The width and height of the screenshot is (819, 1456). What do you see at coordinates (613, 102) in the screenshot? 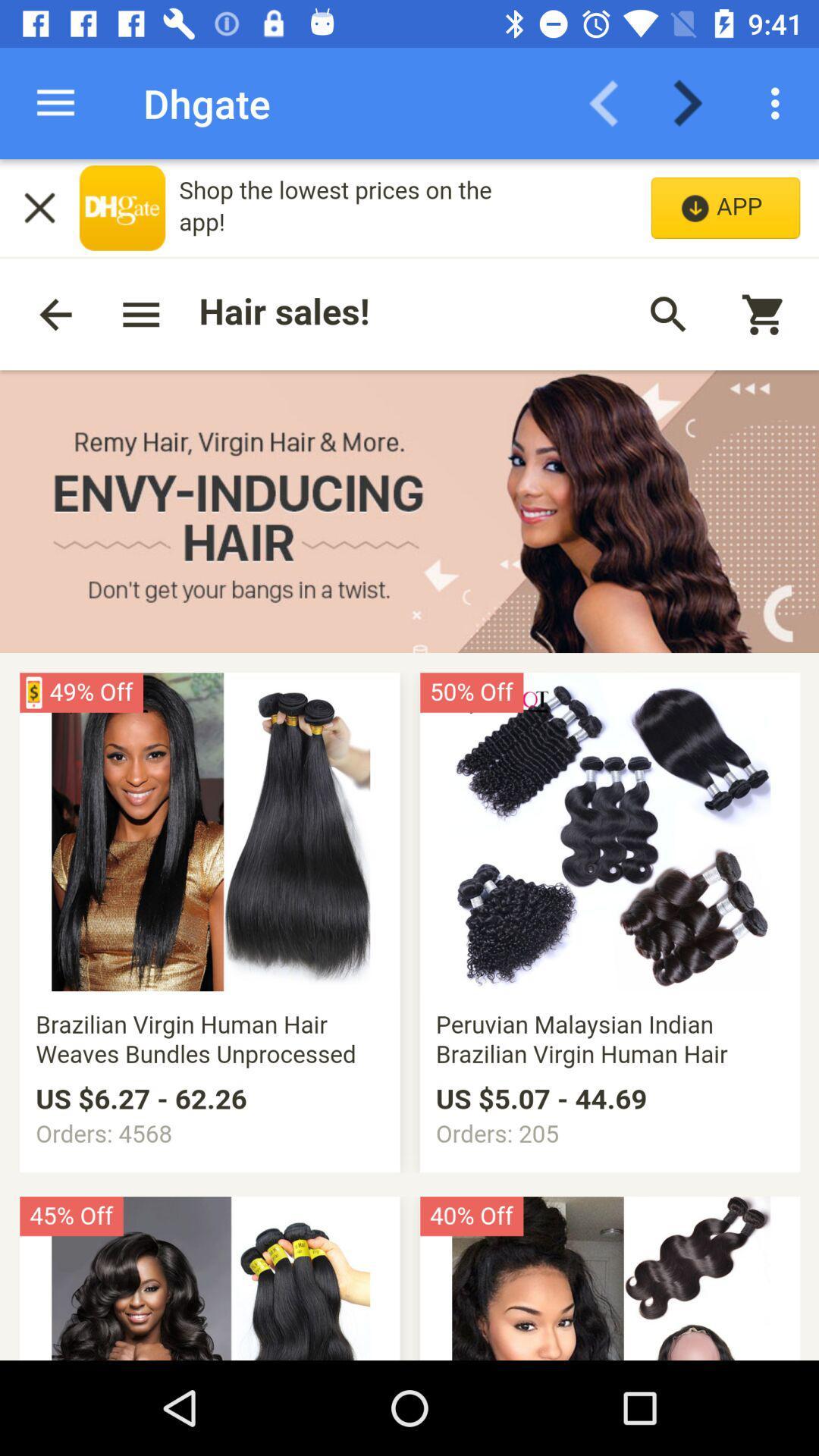
I see `previous` at bounding box center [613, 102].